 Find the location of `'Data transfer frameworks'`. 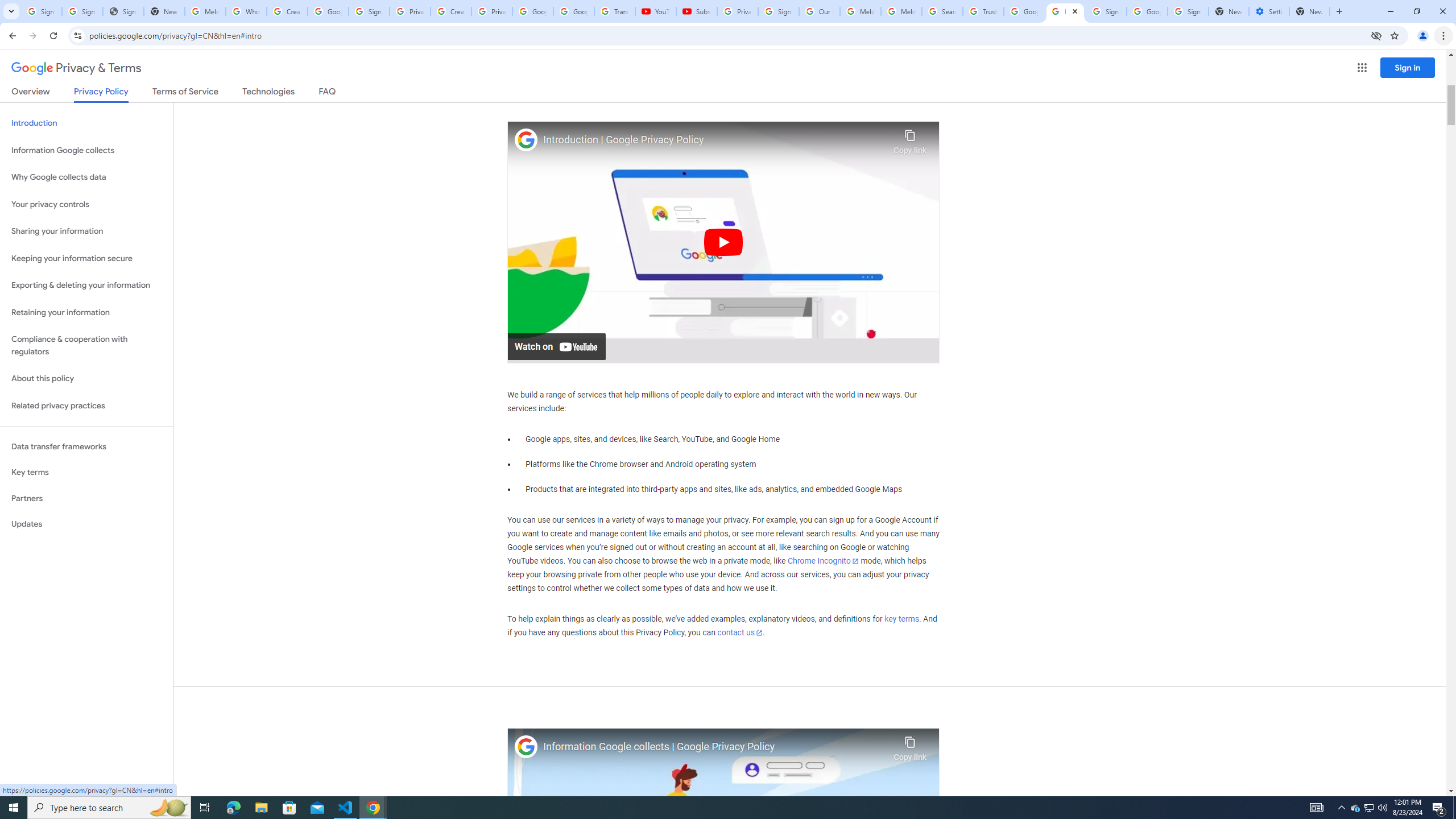

'Data transfer frameworks' is located at coordinates (86, 446).